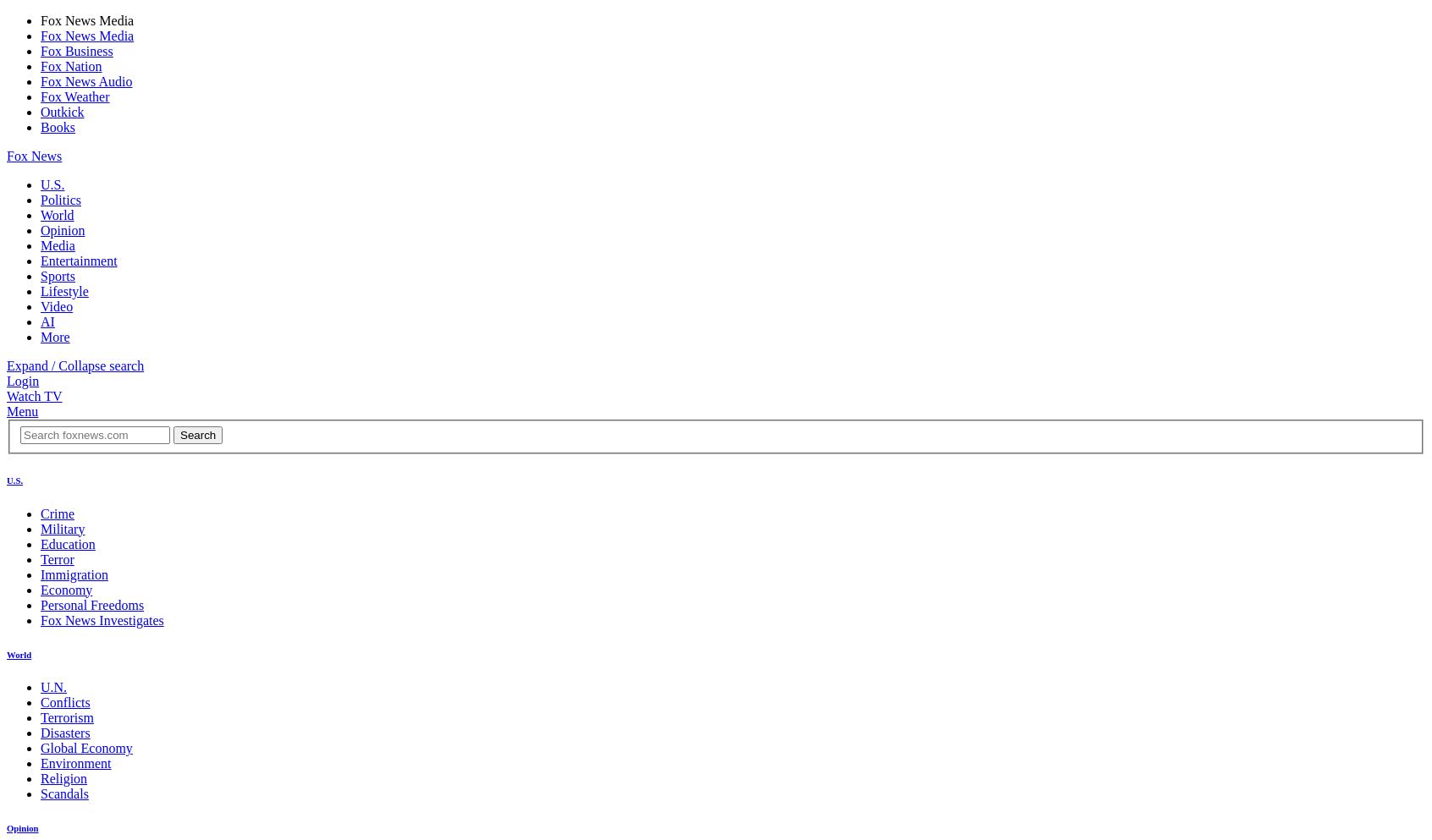 This screenshot has width=1432, height=840. Describe the element at coordinates (33, 395) in the screenshot. I see `'Watch TV'` at that location.